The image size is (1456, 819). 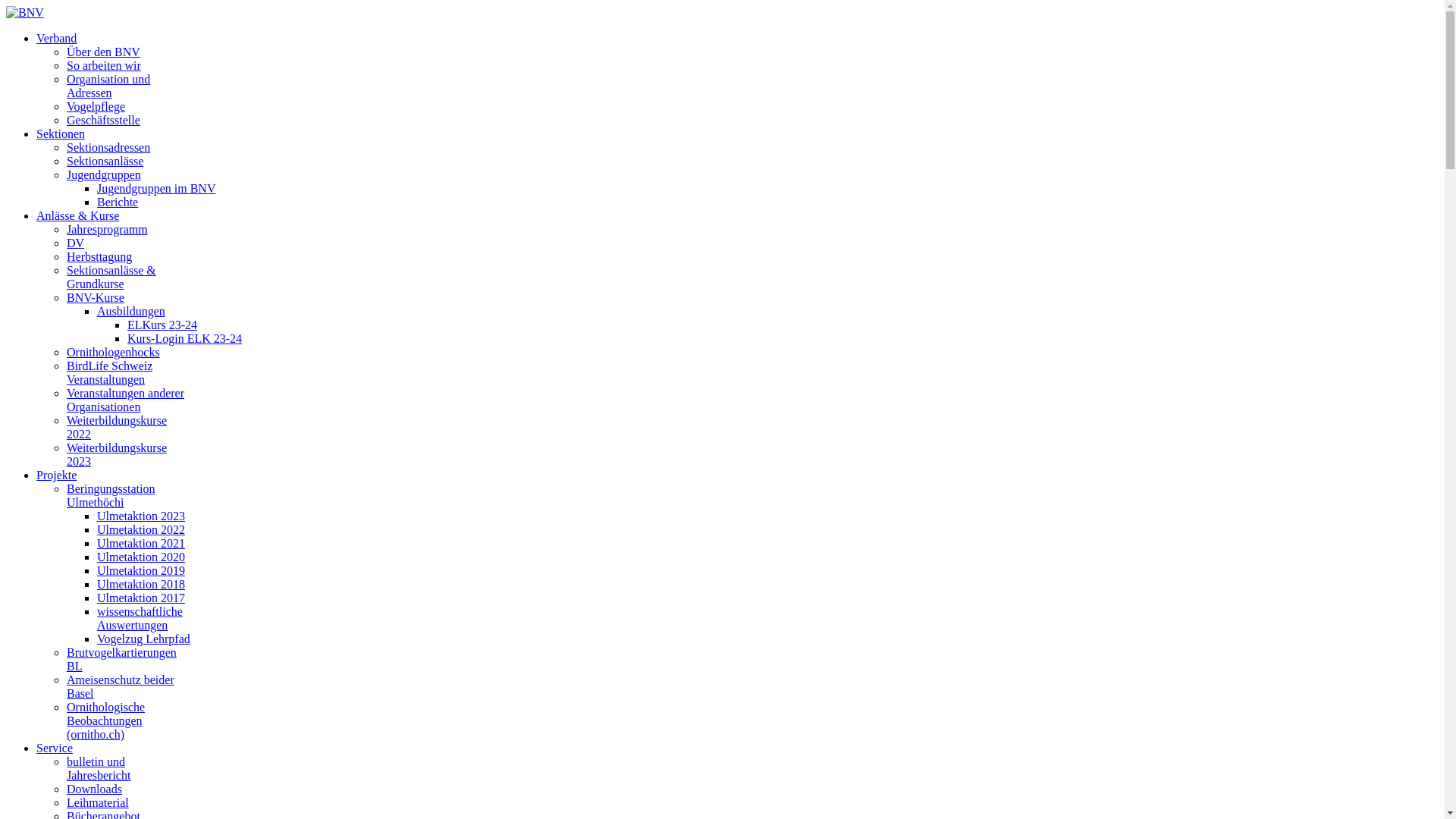 I want to click on 'Ulmetaktion 2023', so click(x=141, y=515).